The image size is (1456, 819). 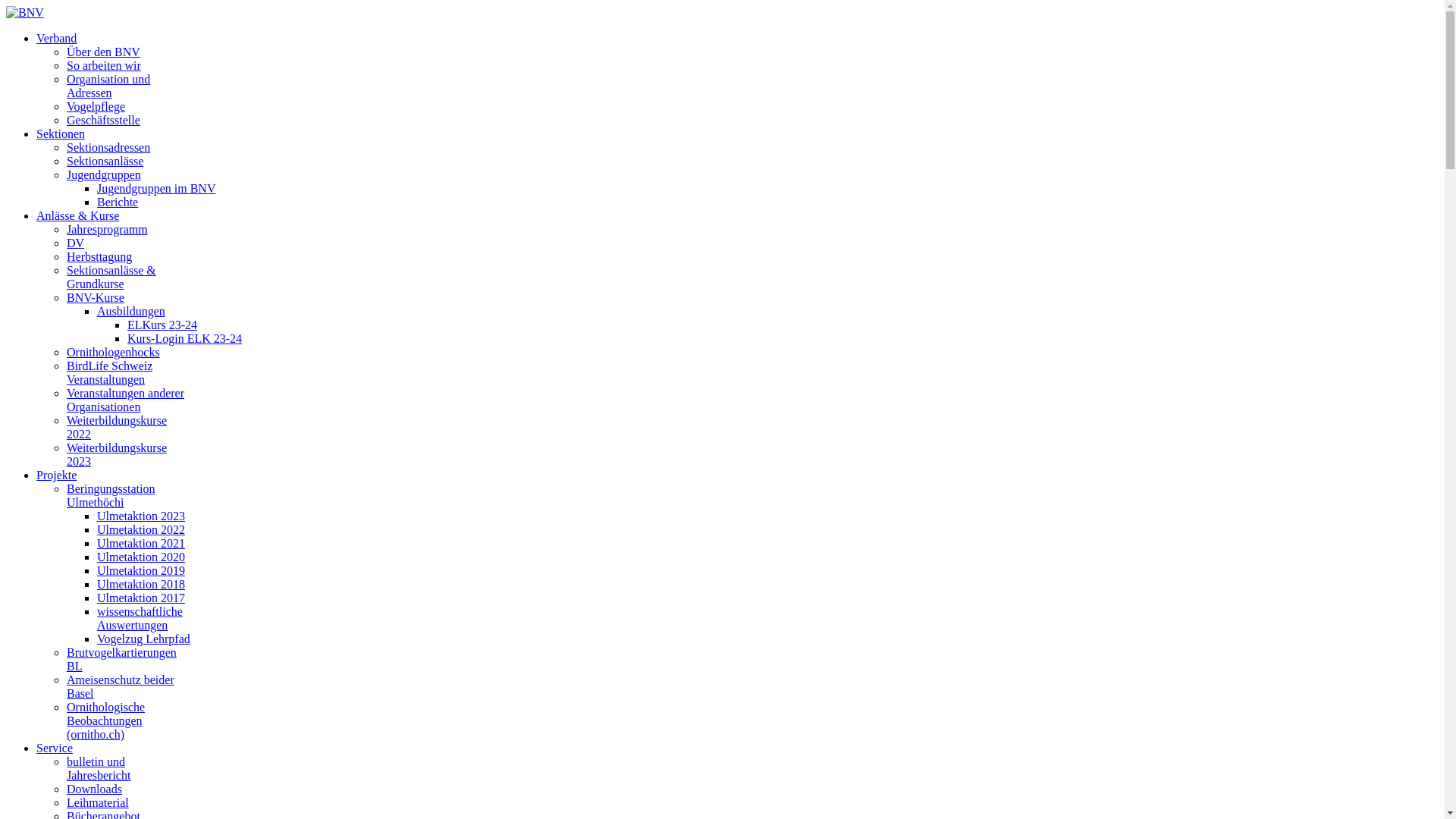 I want to click on 'Ulmetaktion 2023', so click(x=141, y=515).